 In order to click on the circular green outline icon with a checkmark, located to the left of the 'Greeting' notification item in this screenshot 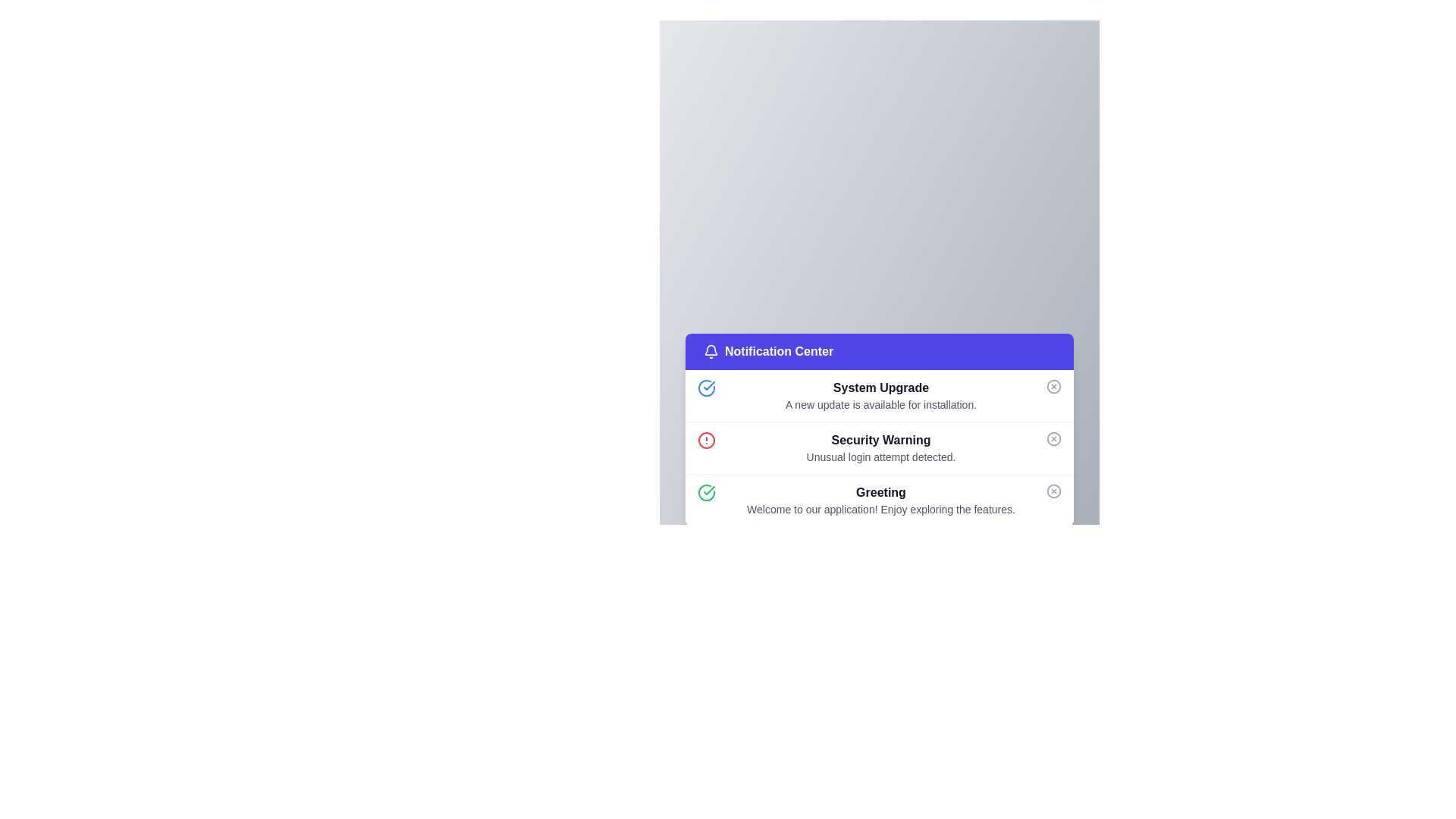, I will do `click(705, 493)`.